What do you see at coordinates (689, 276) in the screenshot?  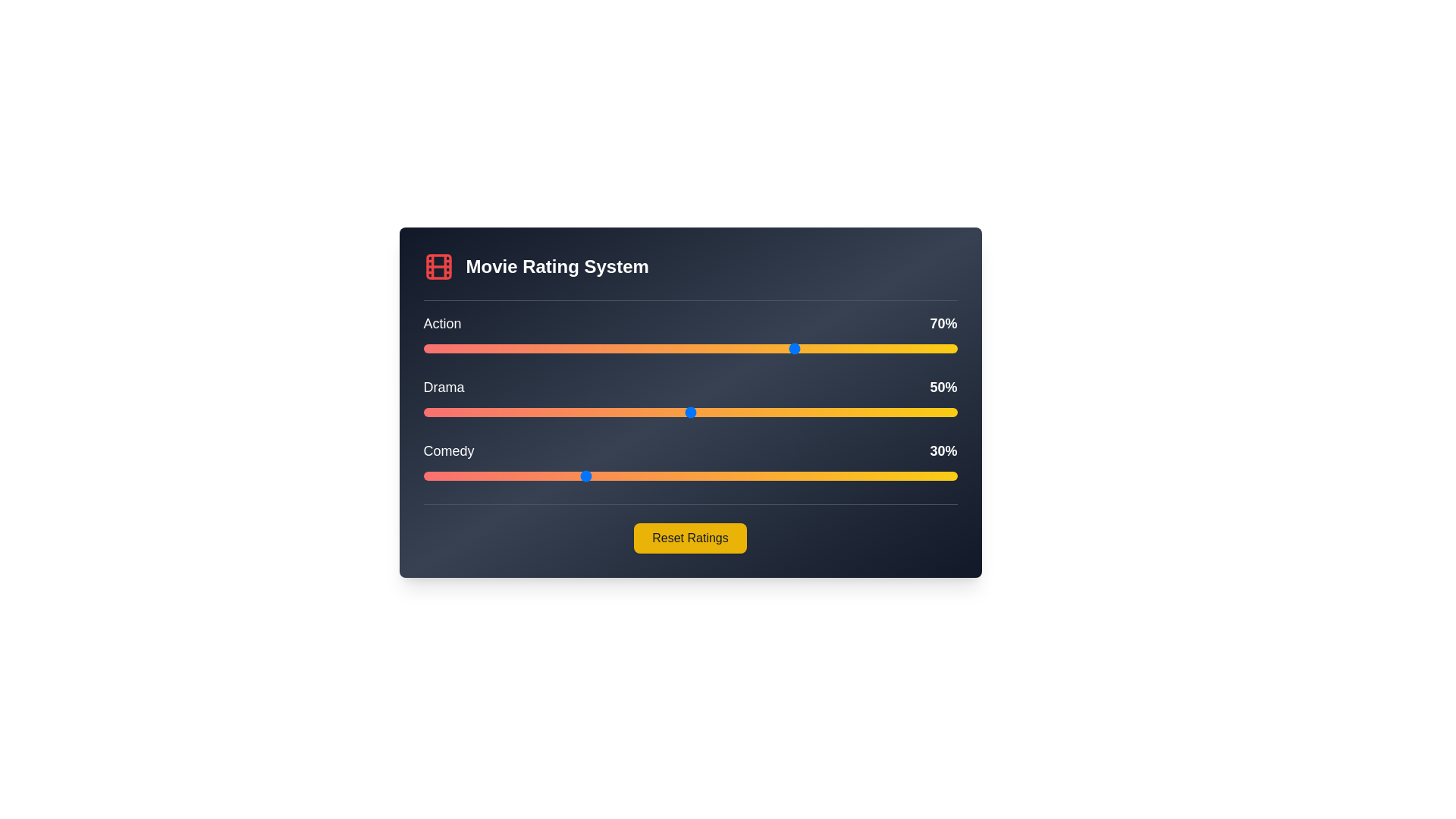 I see `the header labeled 'Movie Rating System' to focus on it` at bounding box center [689, 276].